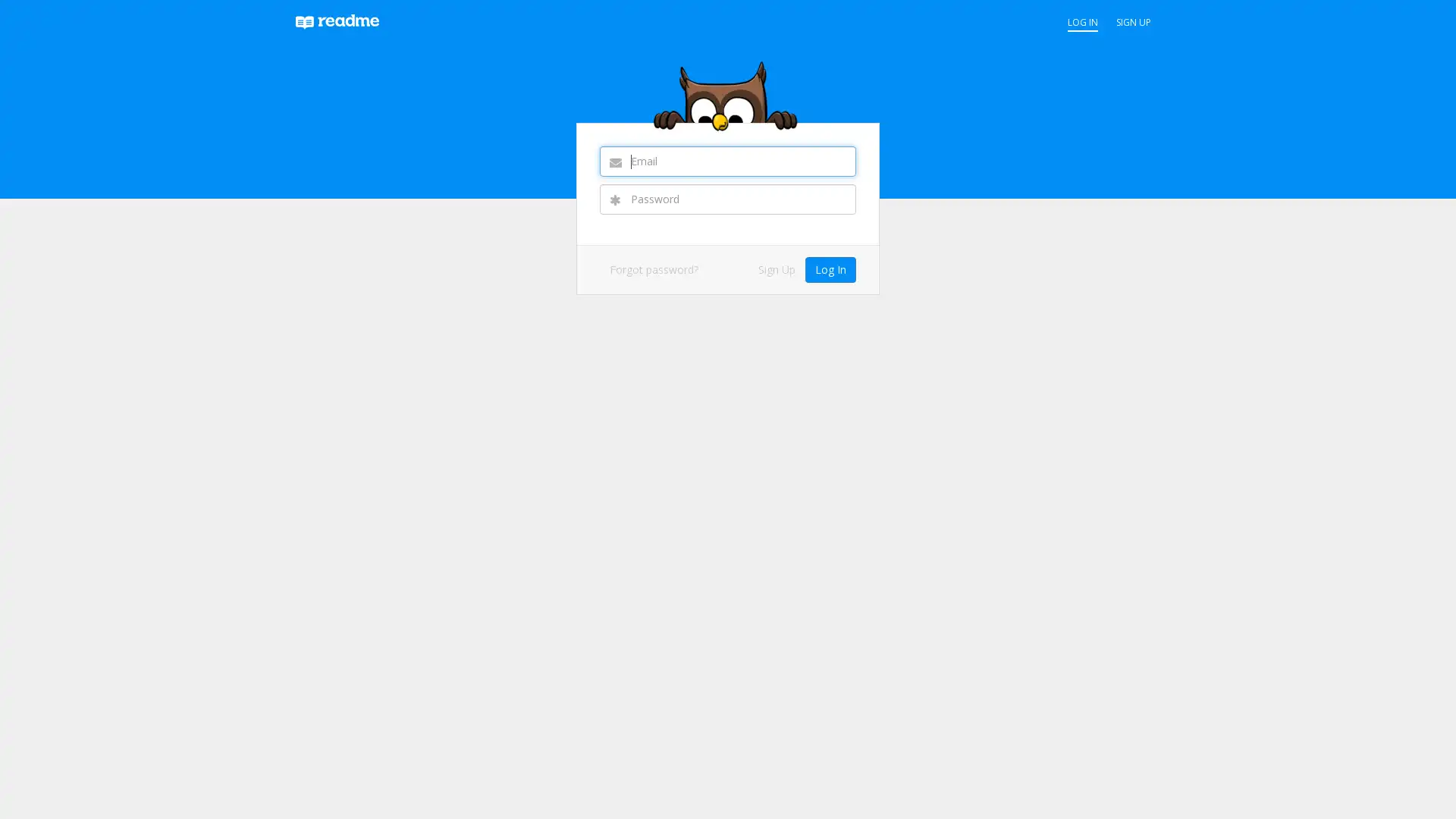 This screenshot has width=1456, height=819. Describe the element at coordinates (830, 268) in the screenshot. I see `Log In` at that location.